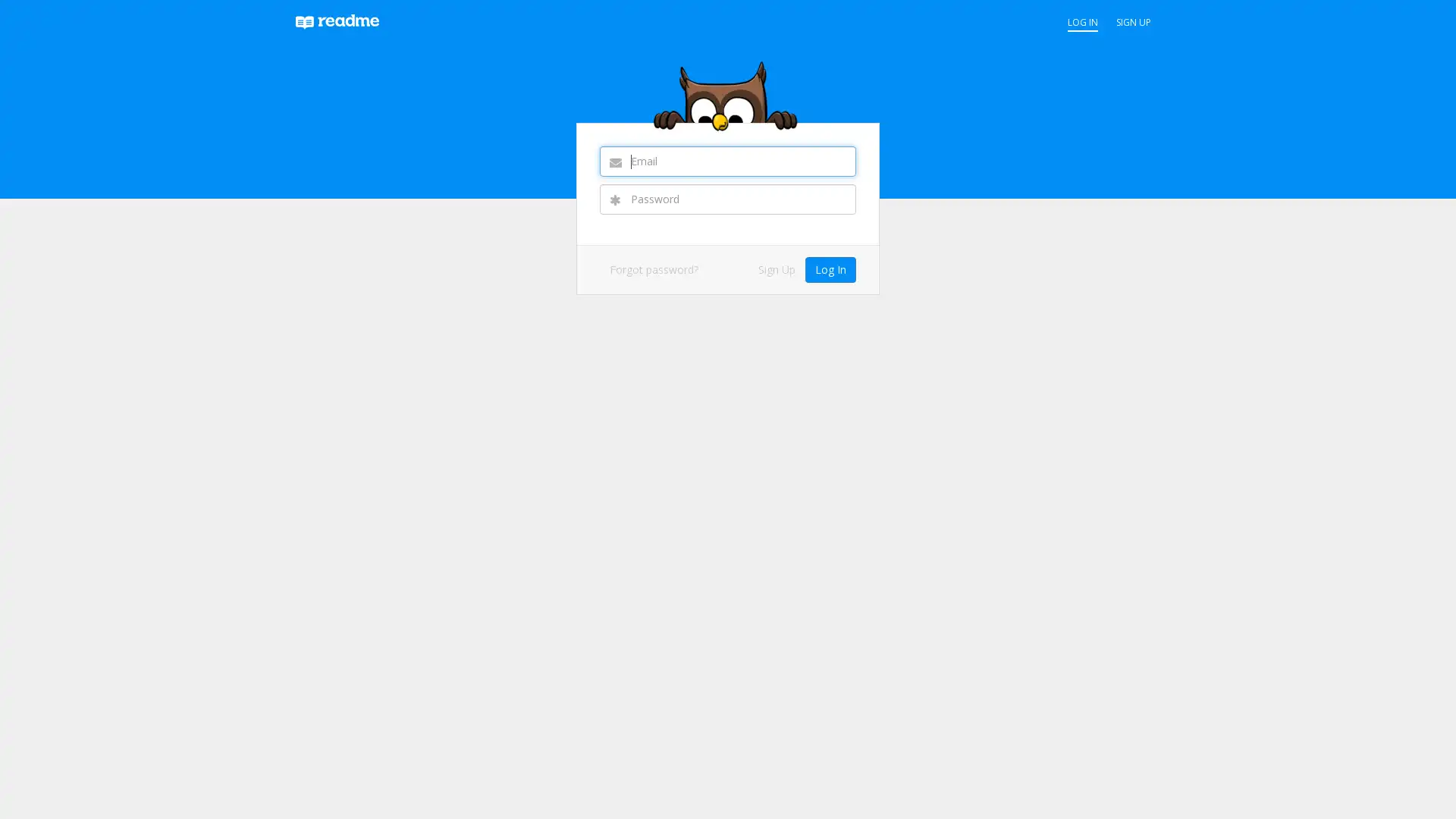 This screenshot has width=1456, height=819. Describe the element at coordinates (830, 268) in the screenshot. I see `Log In` at that location.